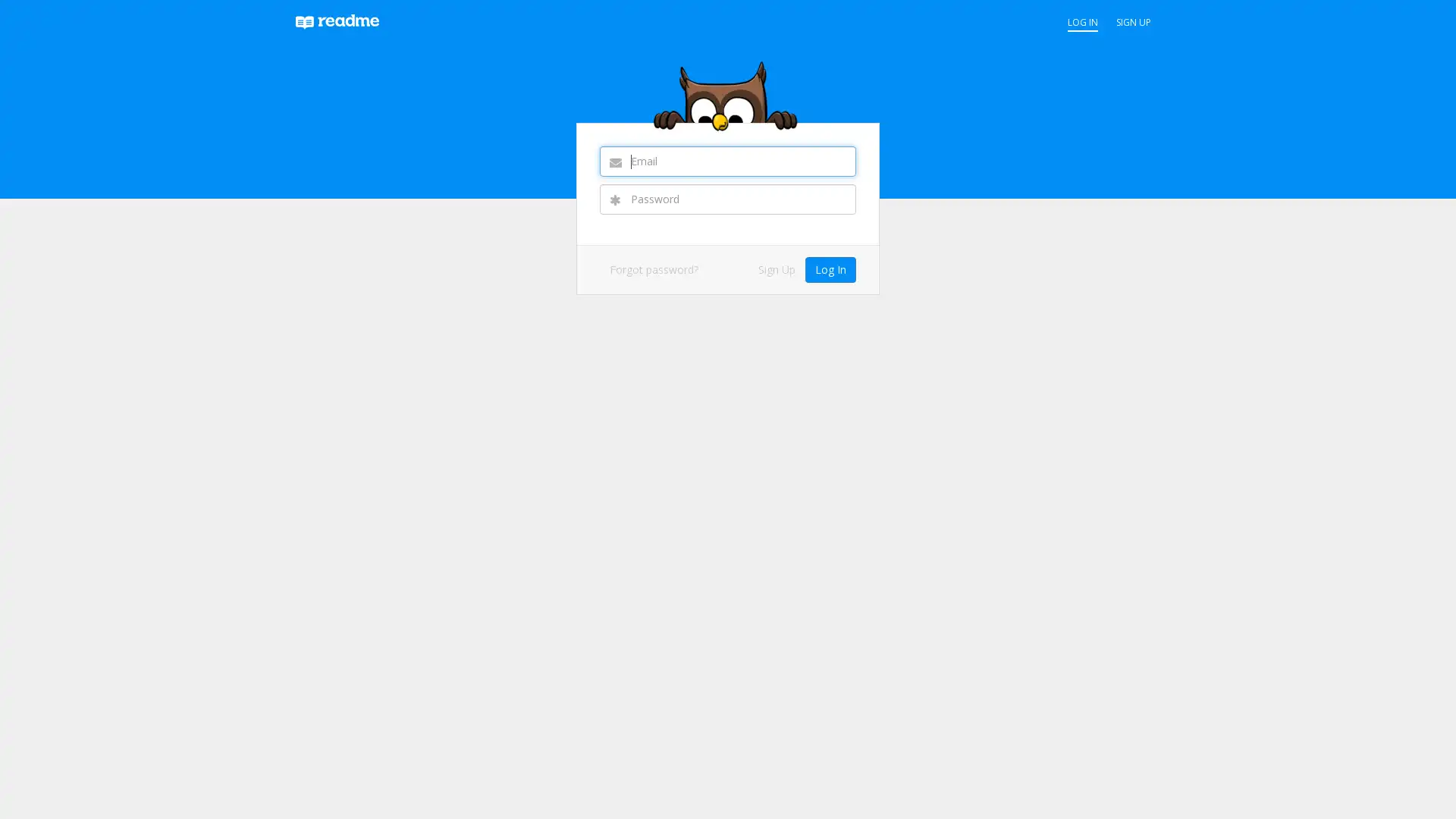 This screenshot has width=1456, height=819. Describe the element at coordinates (830, 268) in the screenshot. I see `Log In` at that location.